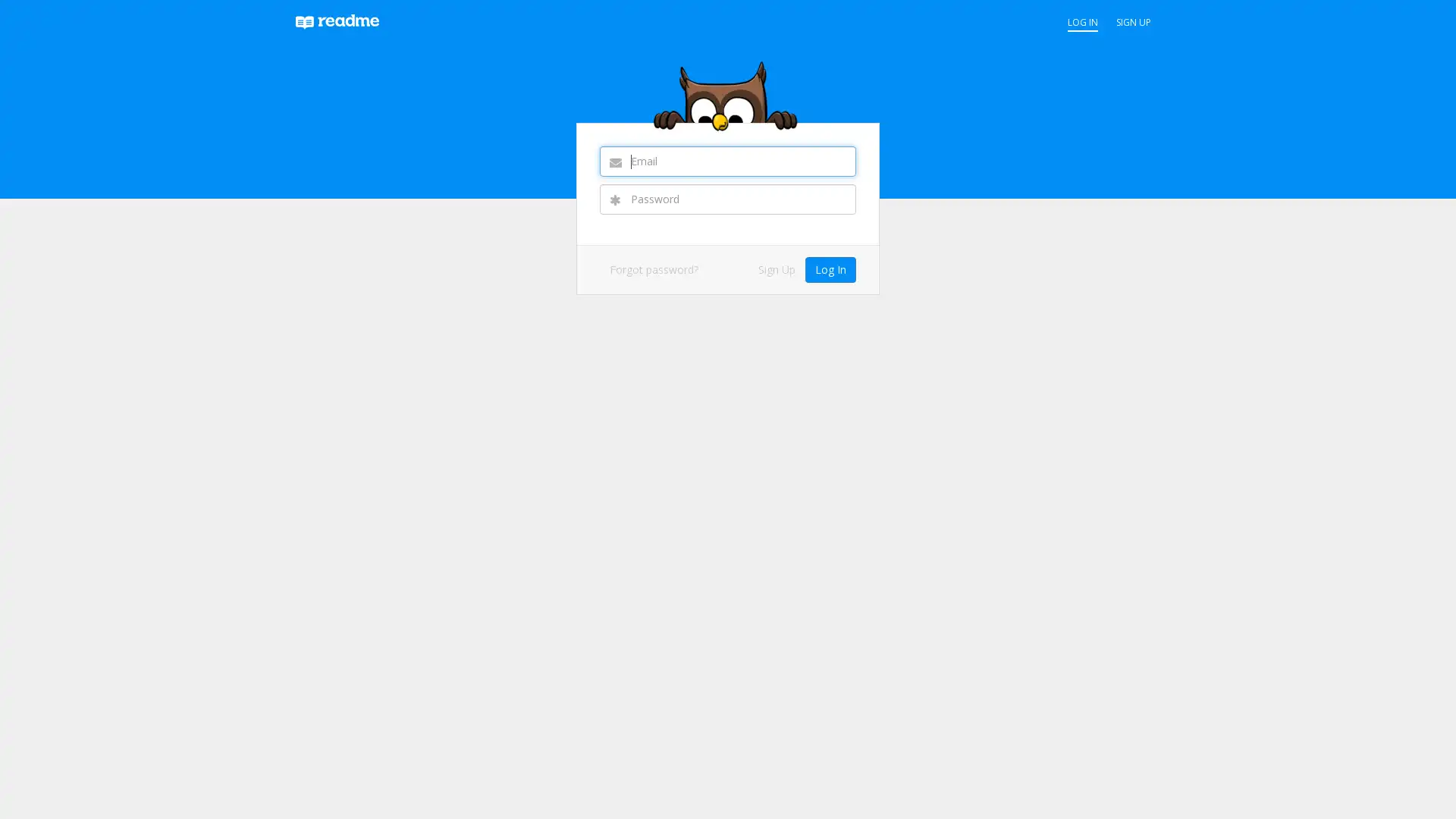 This screenshot has width=1456, height=819. Describe the element at coordinates (830, 268) in the screenshot. I see `Log In` at that location.